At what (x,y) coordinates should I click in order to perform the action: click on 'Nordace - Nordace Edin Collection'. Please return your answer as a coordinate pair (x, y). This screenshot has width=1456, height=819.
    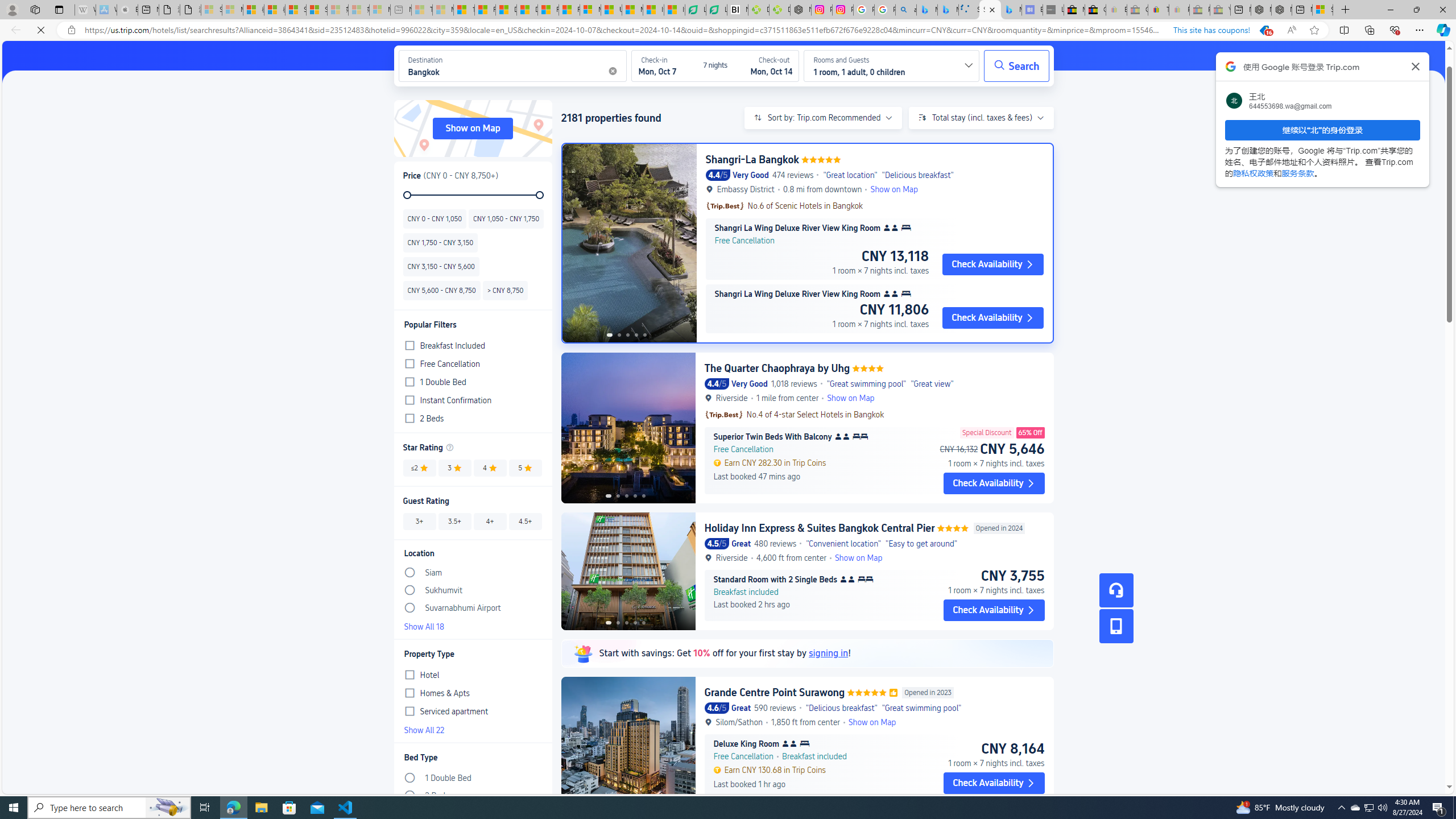
    Looking at the image, I should click on (800, 9).